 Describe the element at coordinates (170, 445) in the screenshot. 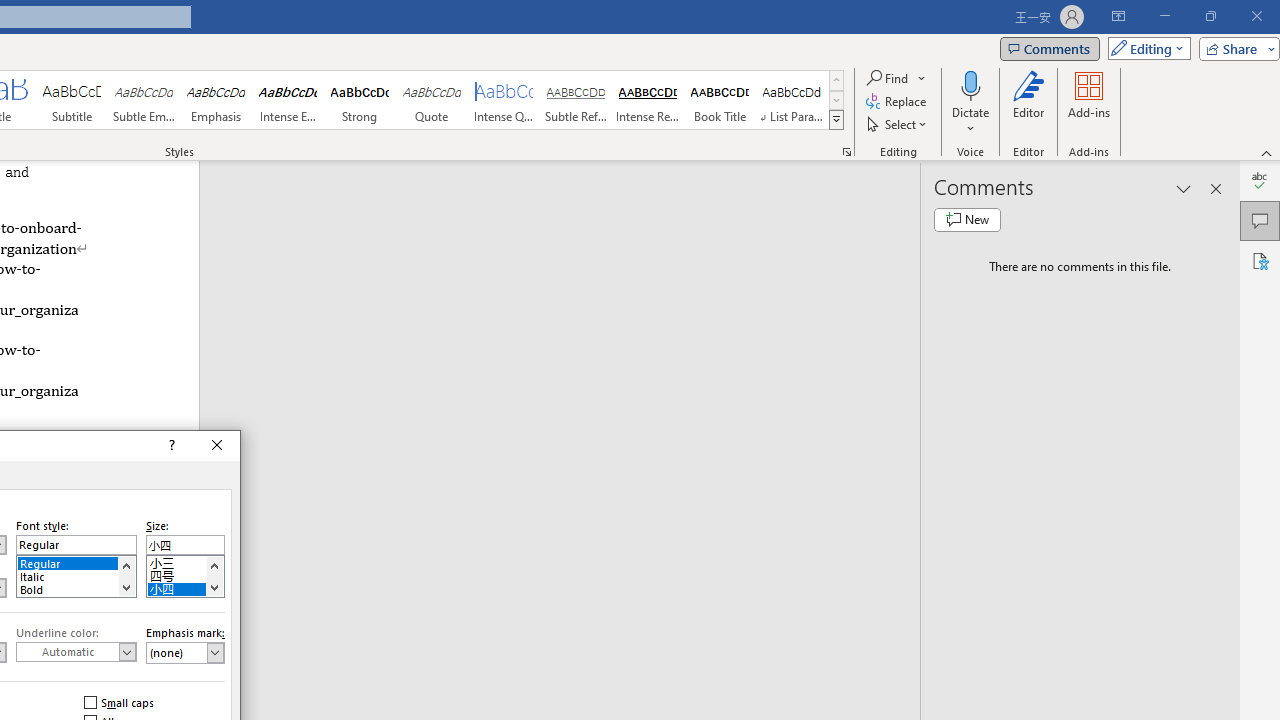

I see `'Context help'` at that location.